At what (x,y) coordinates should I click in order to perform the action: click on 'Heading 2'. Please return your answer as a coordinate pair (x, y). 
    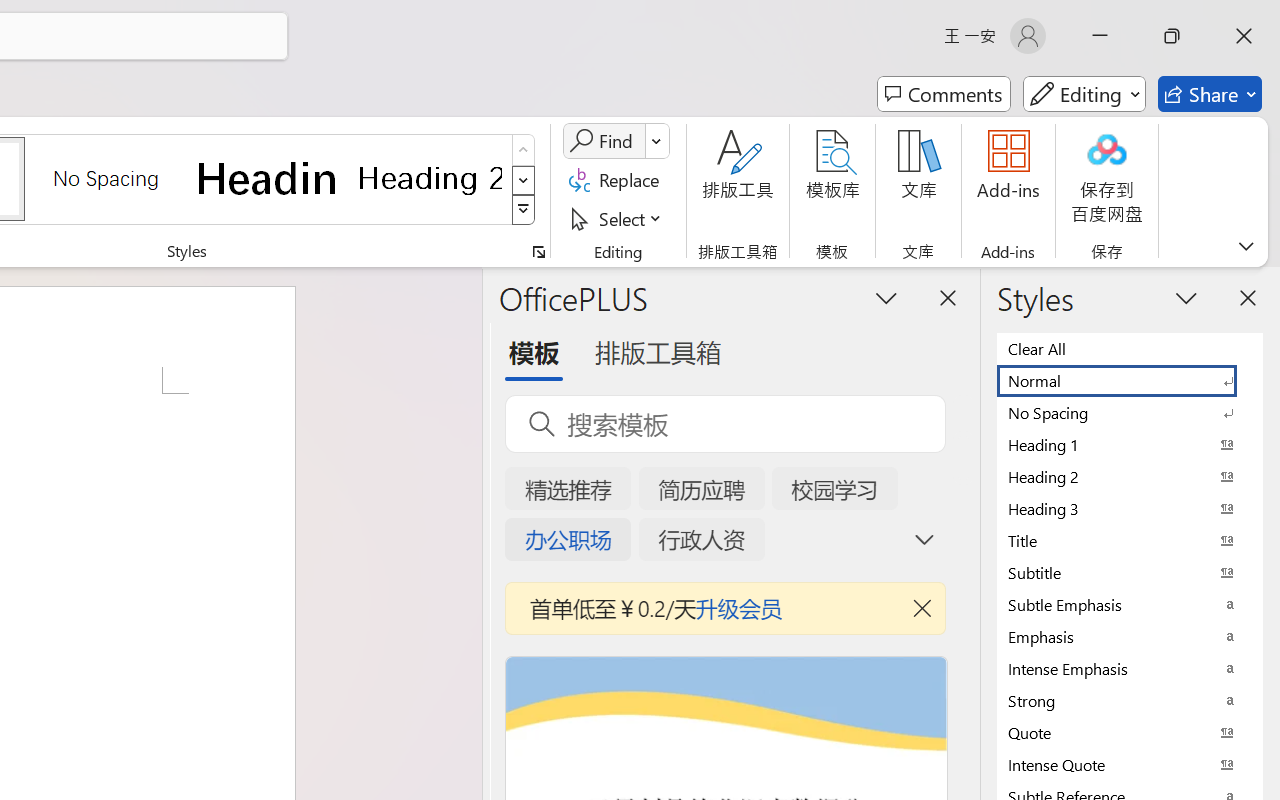
    Looking at the image, I should click on (429, 177).